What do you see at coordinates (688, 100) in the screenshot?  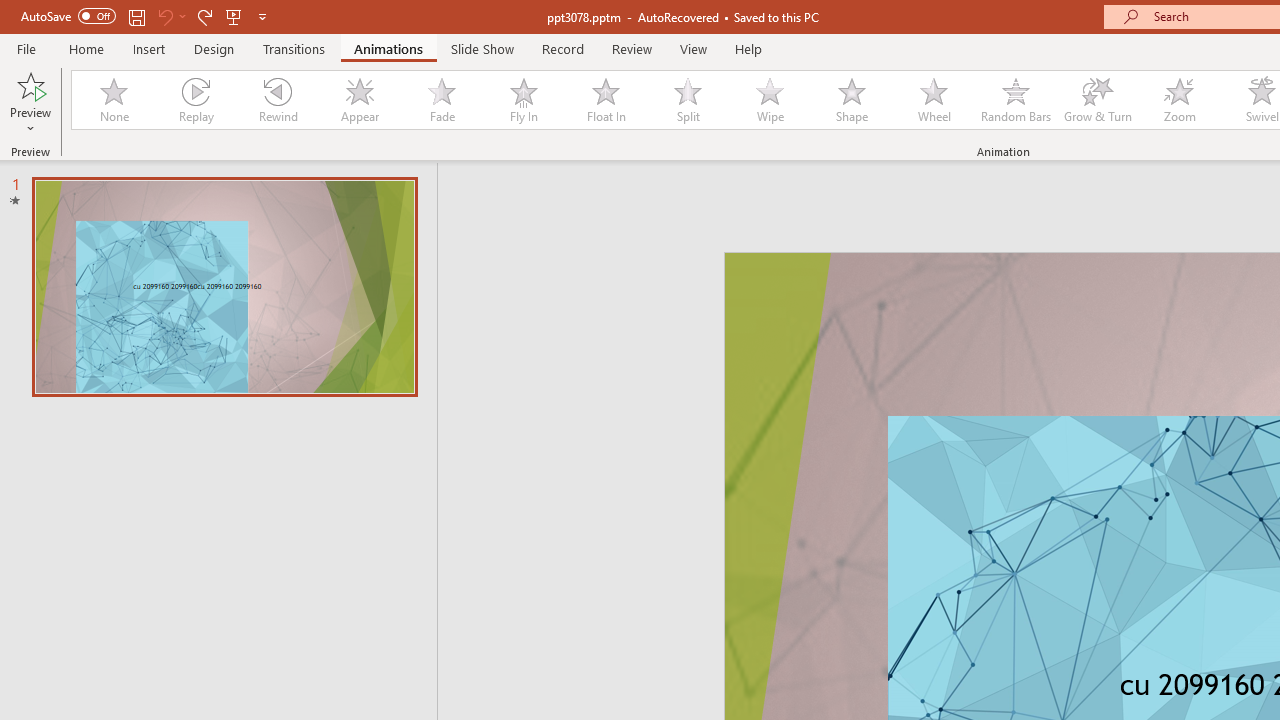 I see `'Split'` at bounding box center [688, 100].